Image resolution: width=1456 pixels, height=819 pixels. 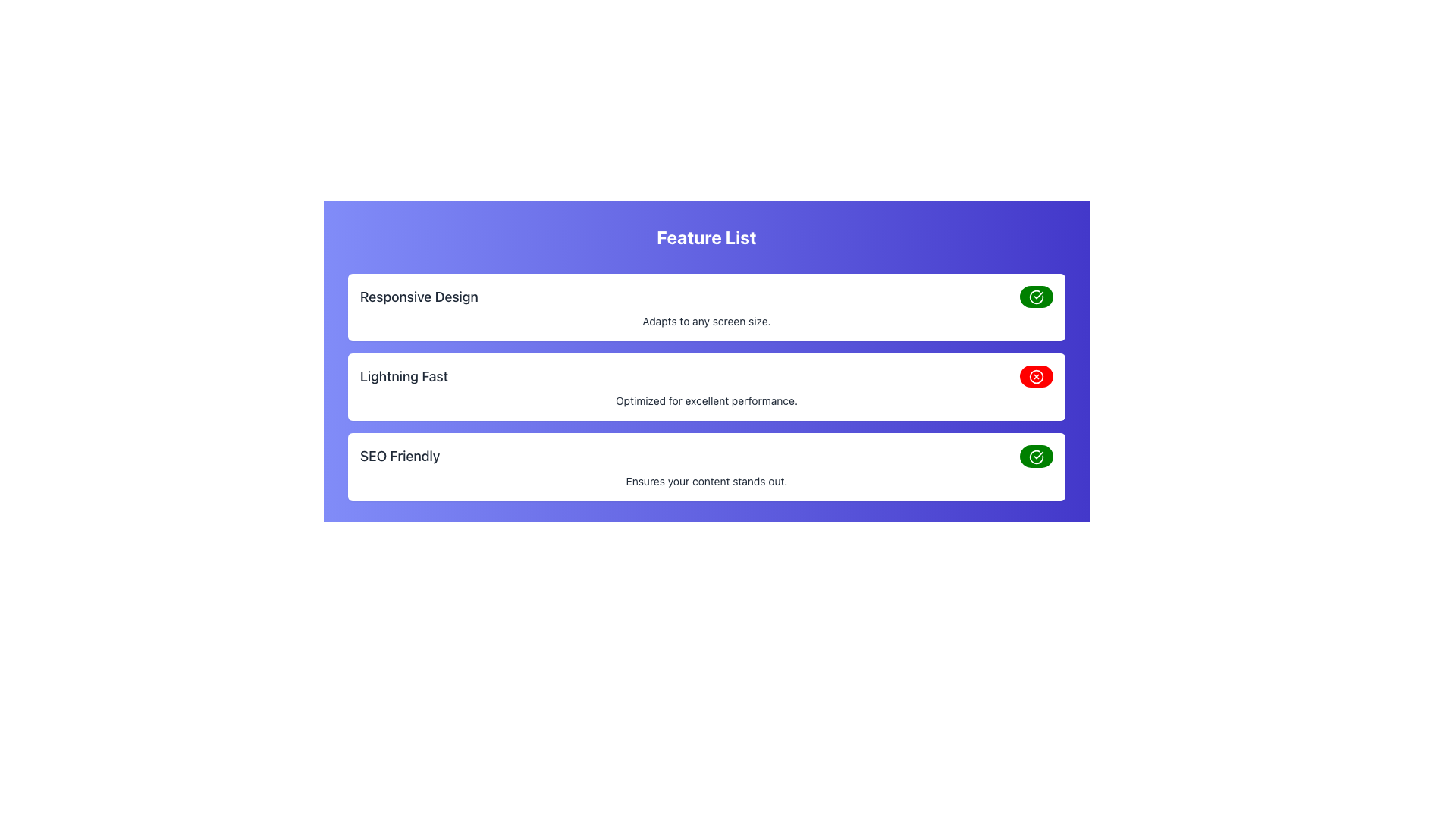 What do you see at coordinates (400, 456) in the screenshot?
I see `the 'SEO Friendly' text label which describes a feature` at bounding box center [400, 456].